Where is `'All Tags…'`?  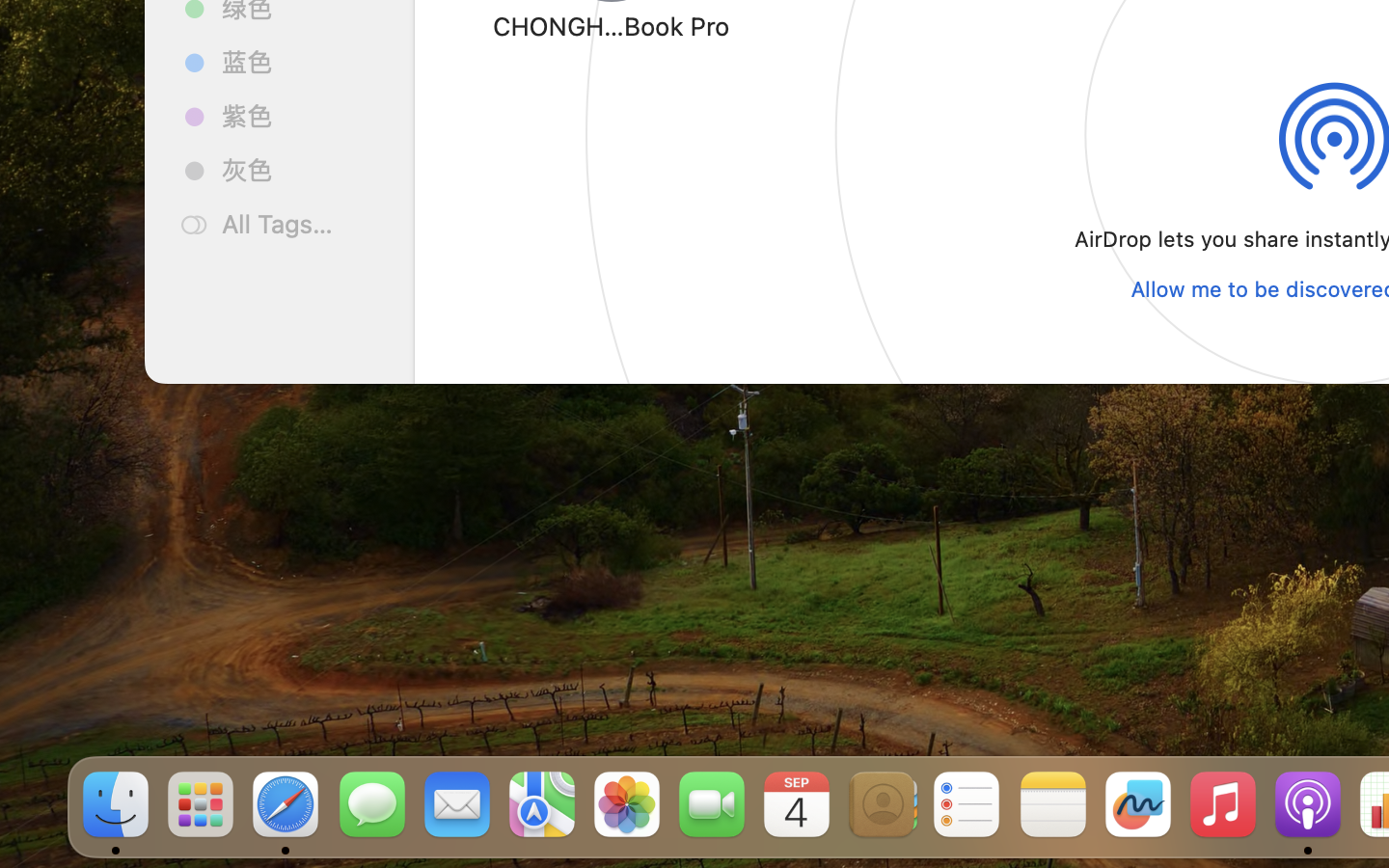
'All Tags…' is located at coordinates (300, 223).